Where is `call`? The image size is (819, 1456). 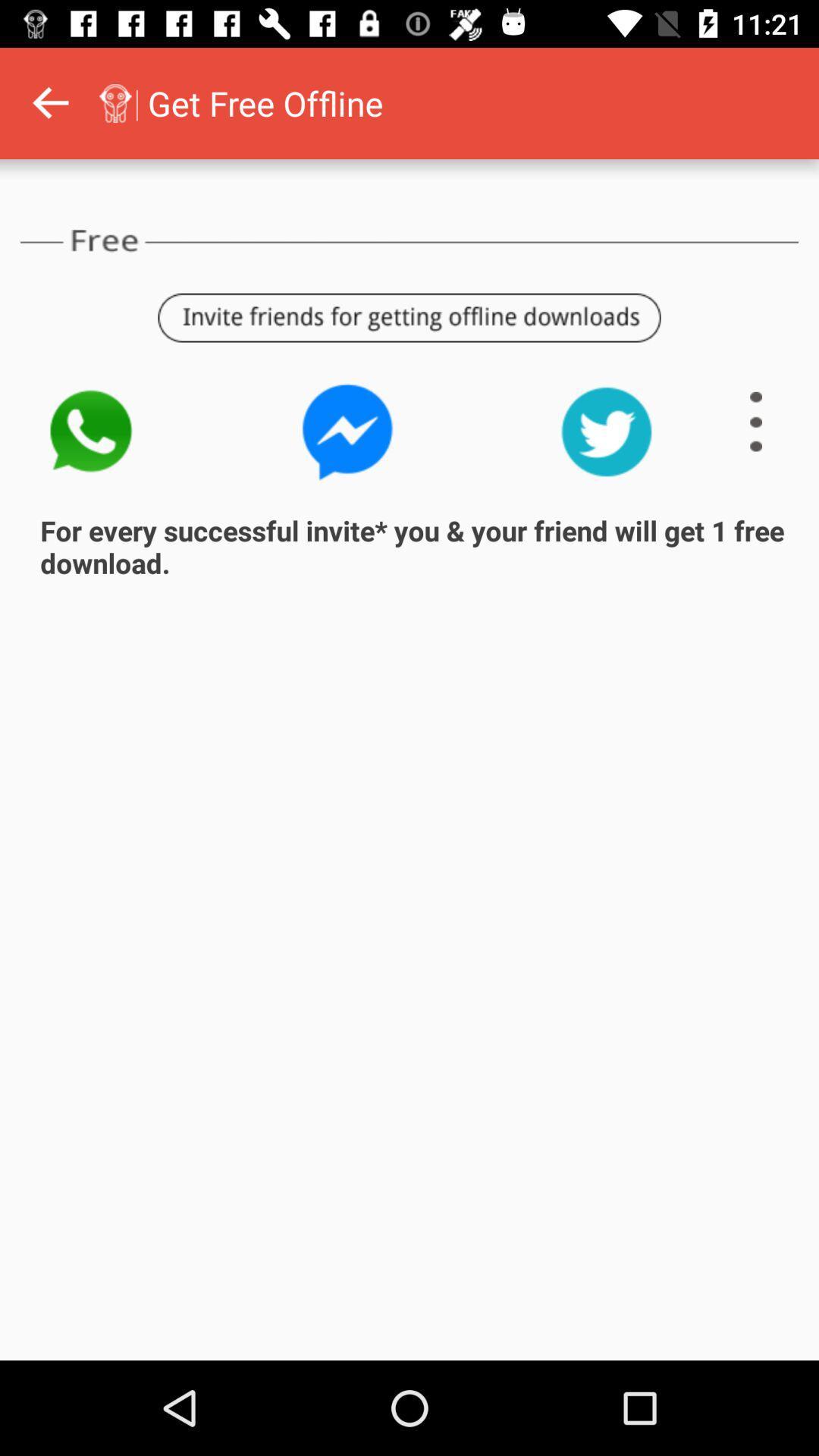 call is located at coordinates (89, 431).